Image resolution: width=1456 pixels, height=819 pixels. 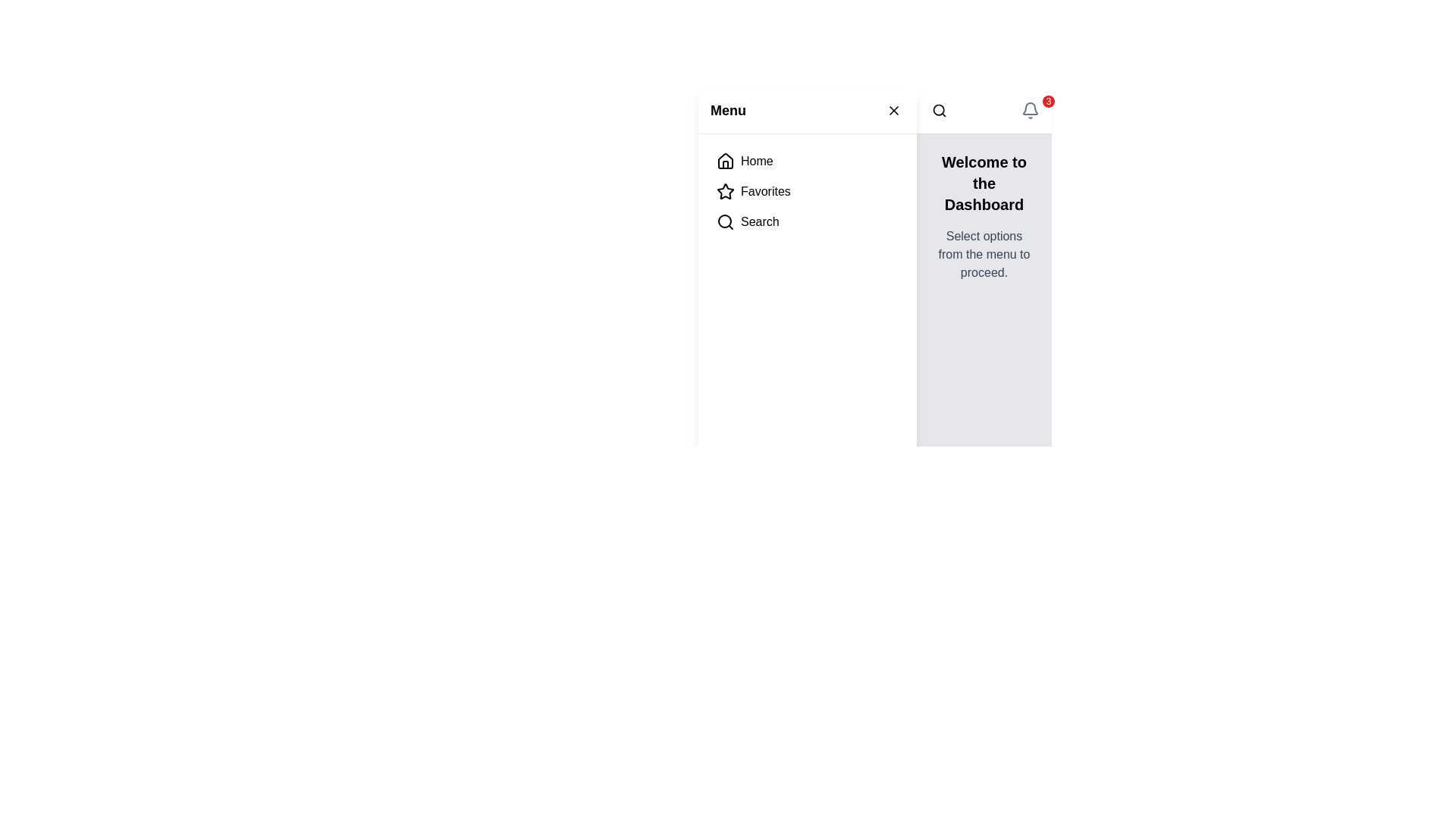 I want to click on the static text that reads 'Select options from the menu to proceed.', styled in gray and positioned below the 'Welcome to the Dashboard' heading, so click(x=984, y=253).